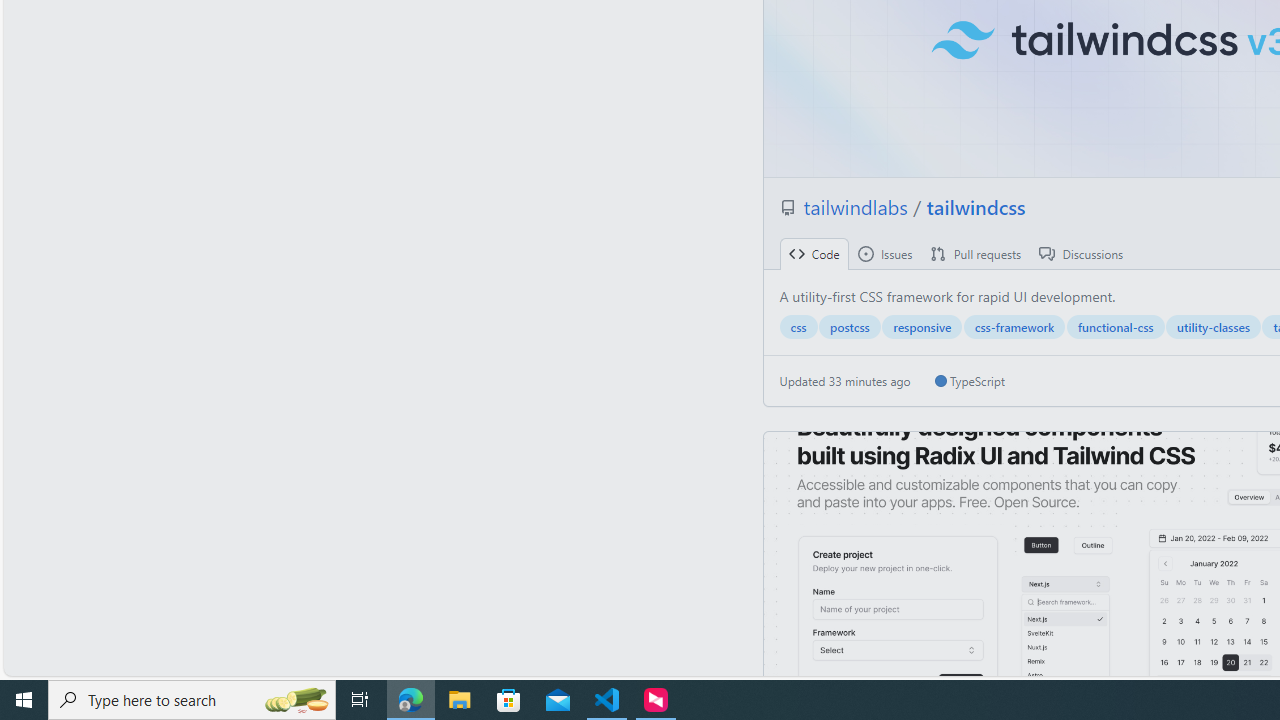  I want to click on ' Code', so click(814, 253).